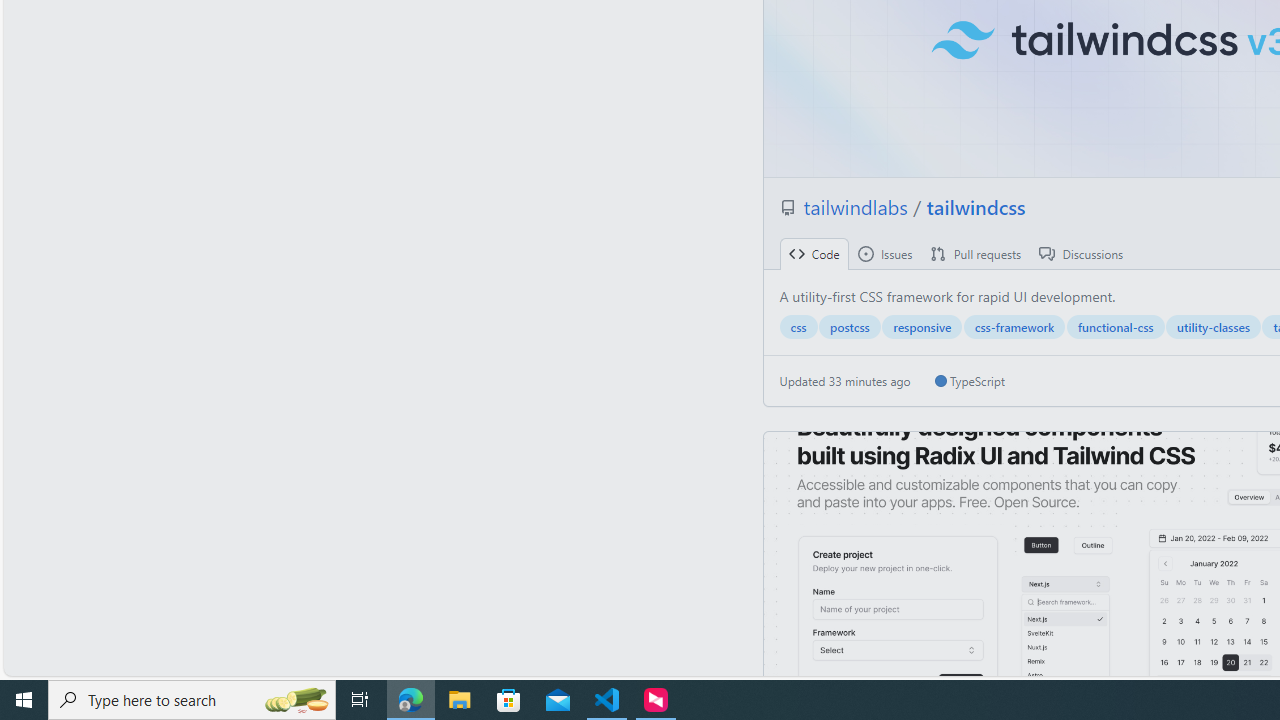  I want to click on ' Code', so click(814, 253).